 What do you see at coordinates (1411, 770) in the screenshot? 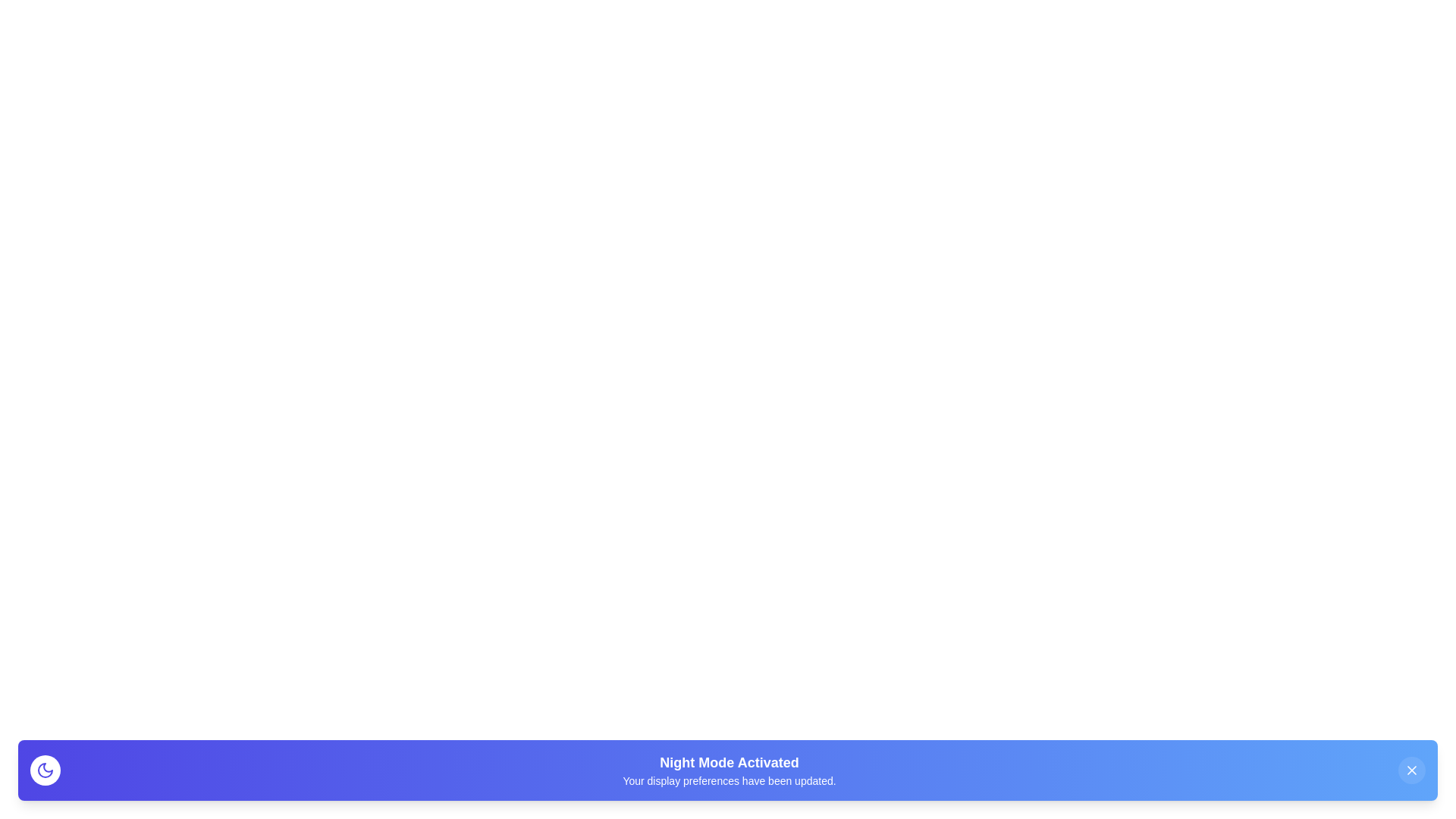
I see `close button on the snackbar to dismiss it` at bounding box center [1411, 770].